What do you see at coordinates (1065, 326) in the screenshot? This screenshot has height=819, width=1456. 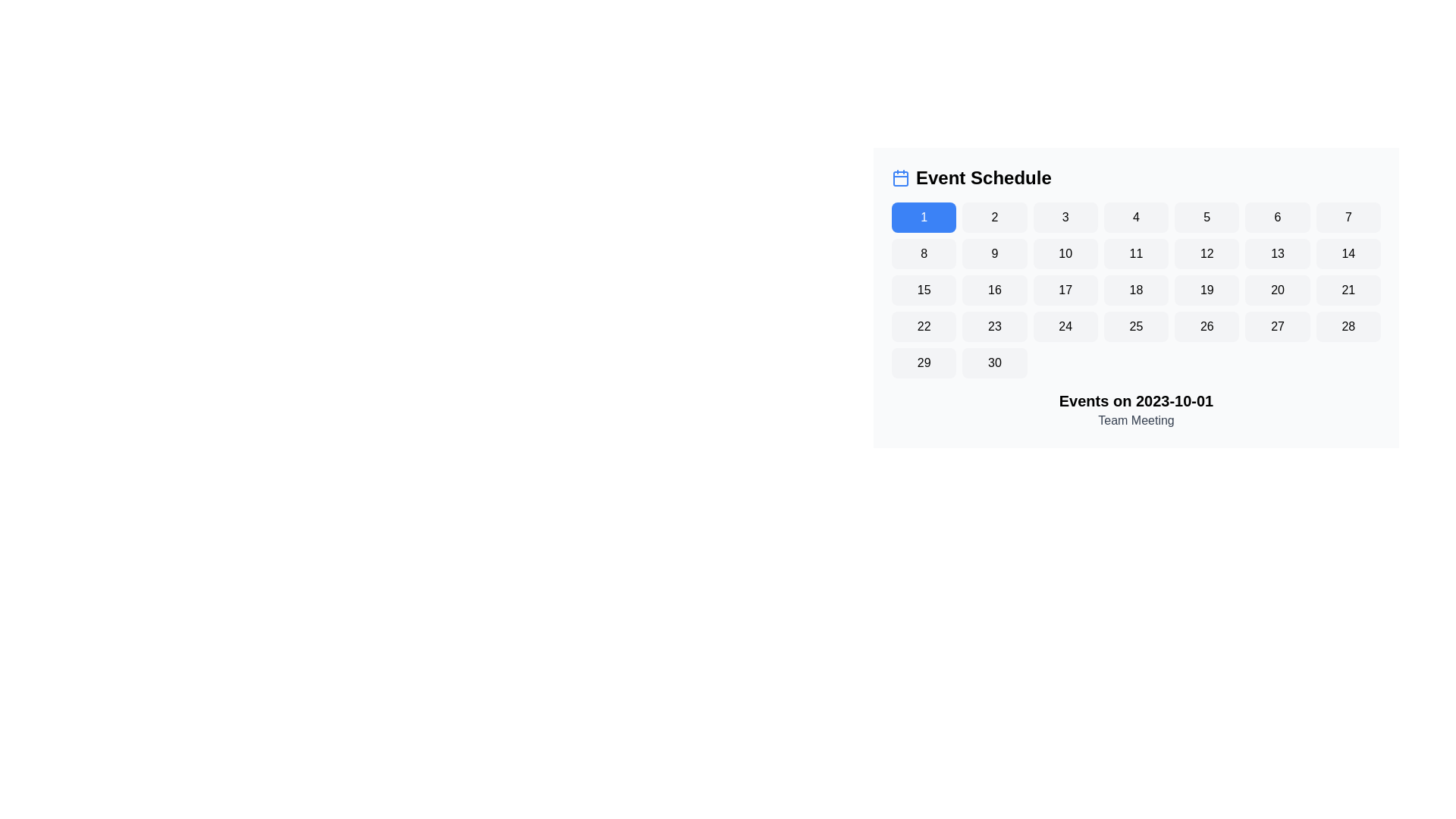 I see `the rectangular button with rounded corners, light gray background, and bold black text '24'` at bounding box center [1065, 326].